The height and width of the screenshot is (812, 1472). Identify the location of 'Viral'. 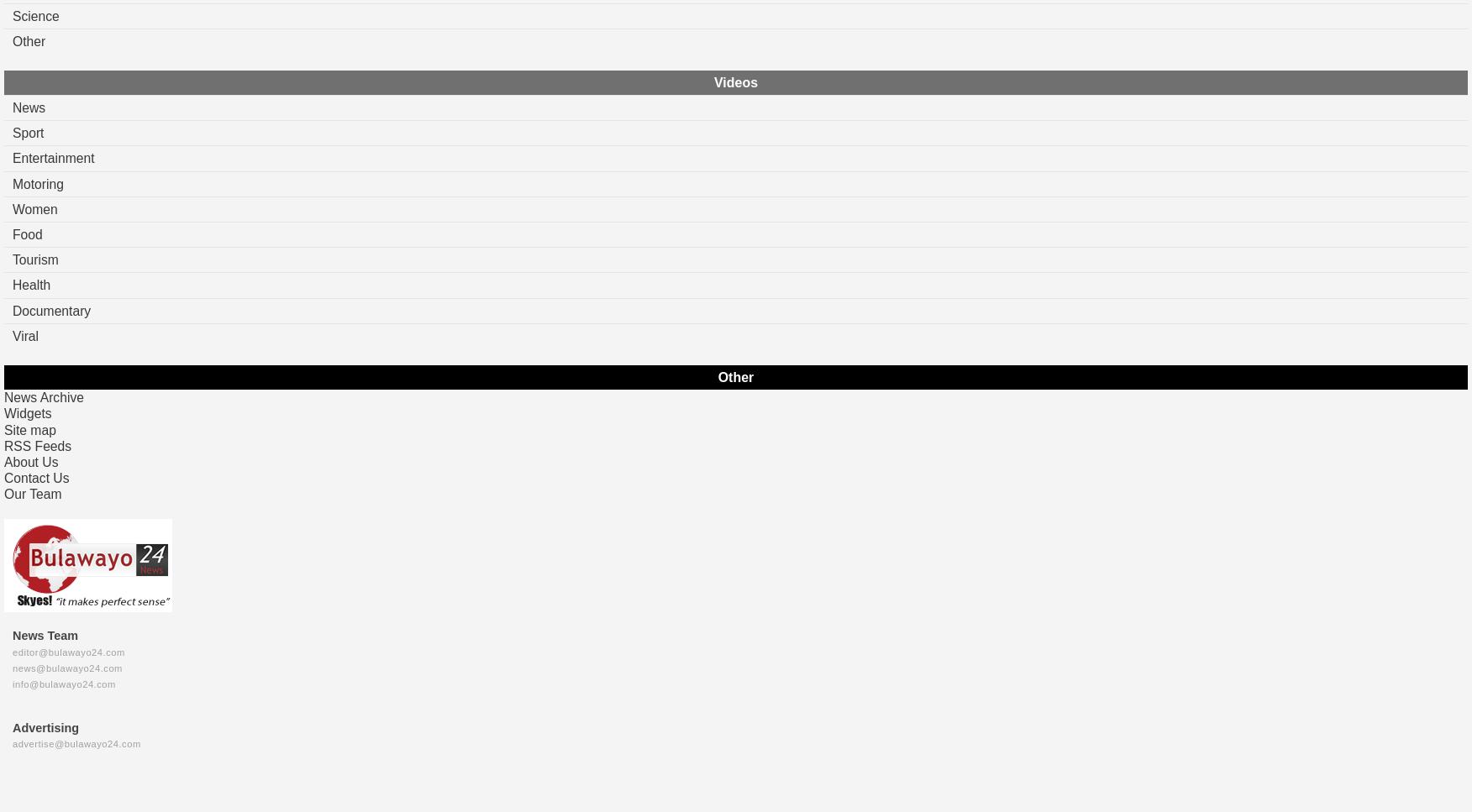
(25, 335).